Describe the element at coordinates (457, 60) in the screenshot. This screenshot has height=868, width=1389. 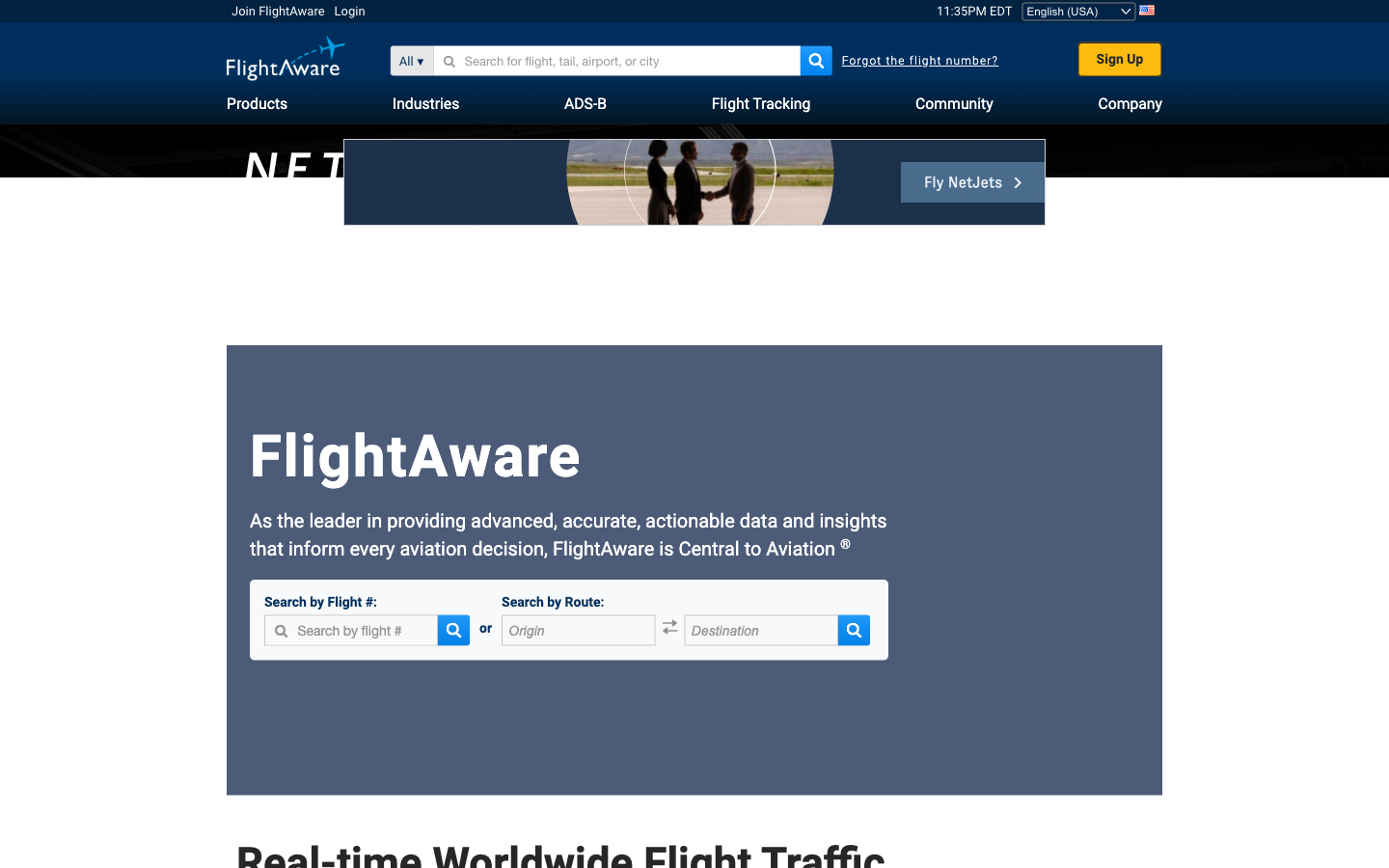
I see `Locate Private Plane by its unique tail number: 1234` at that location.